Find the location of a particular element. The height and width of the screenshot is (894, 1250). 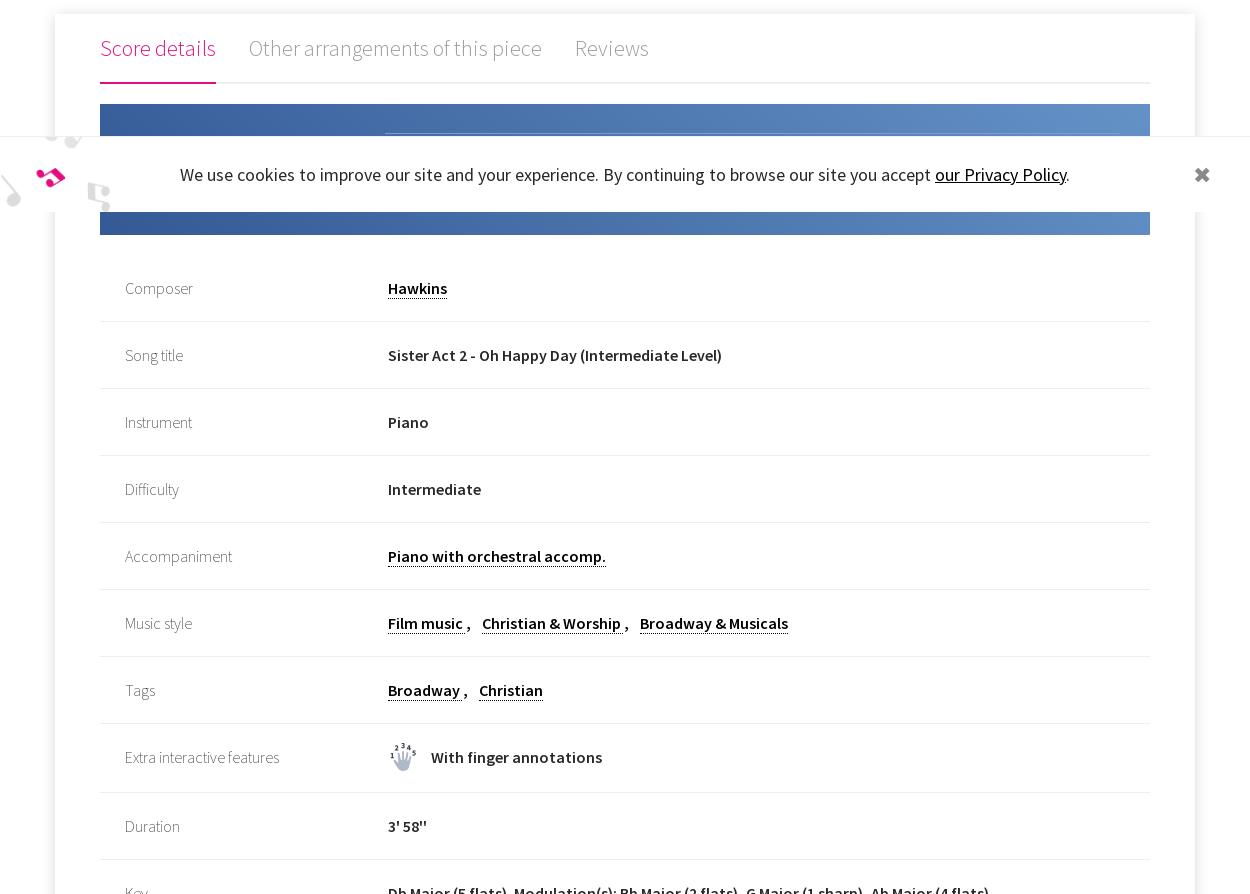

'Composer' is located at coordinates (159, 286).